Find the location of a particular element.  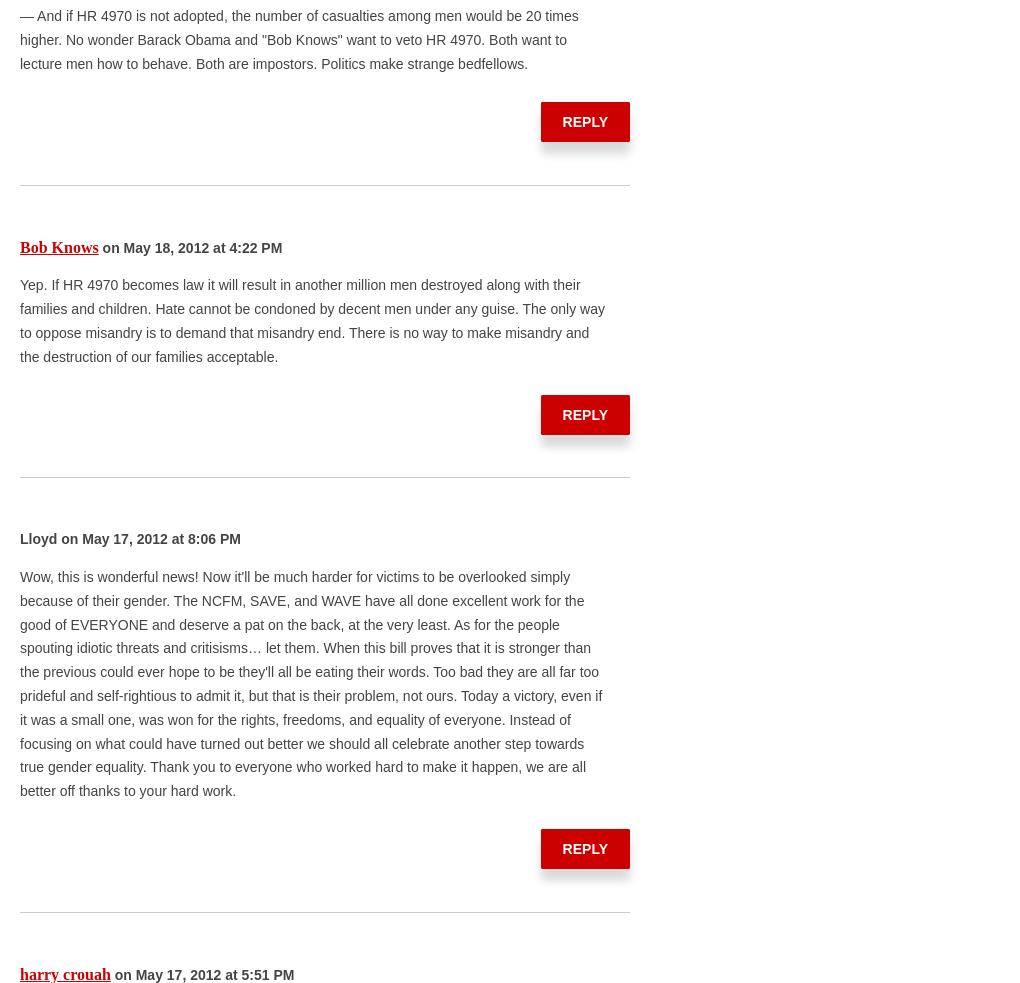

'Lloyd on May 17, 2012 at 8:06 PM' is located at coordinates (130, 538).